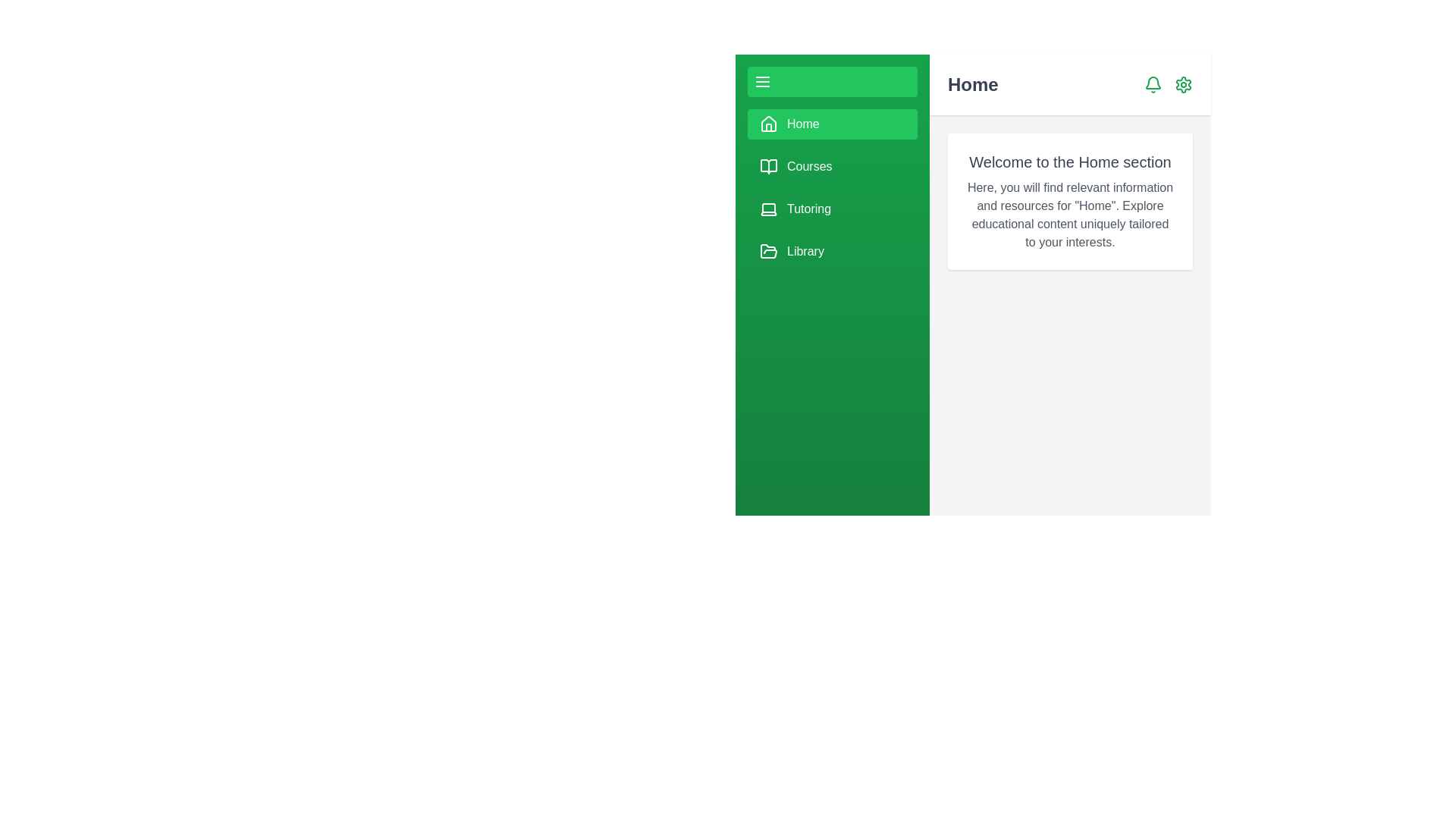 This screenshot has width=1456, height=819. Describe the element at coordinates (768, 166) in the screenshot. I see `the open book icon in the navigation menu` at that location.